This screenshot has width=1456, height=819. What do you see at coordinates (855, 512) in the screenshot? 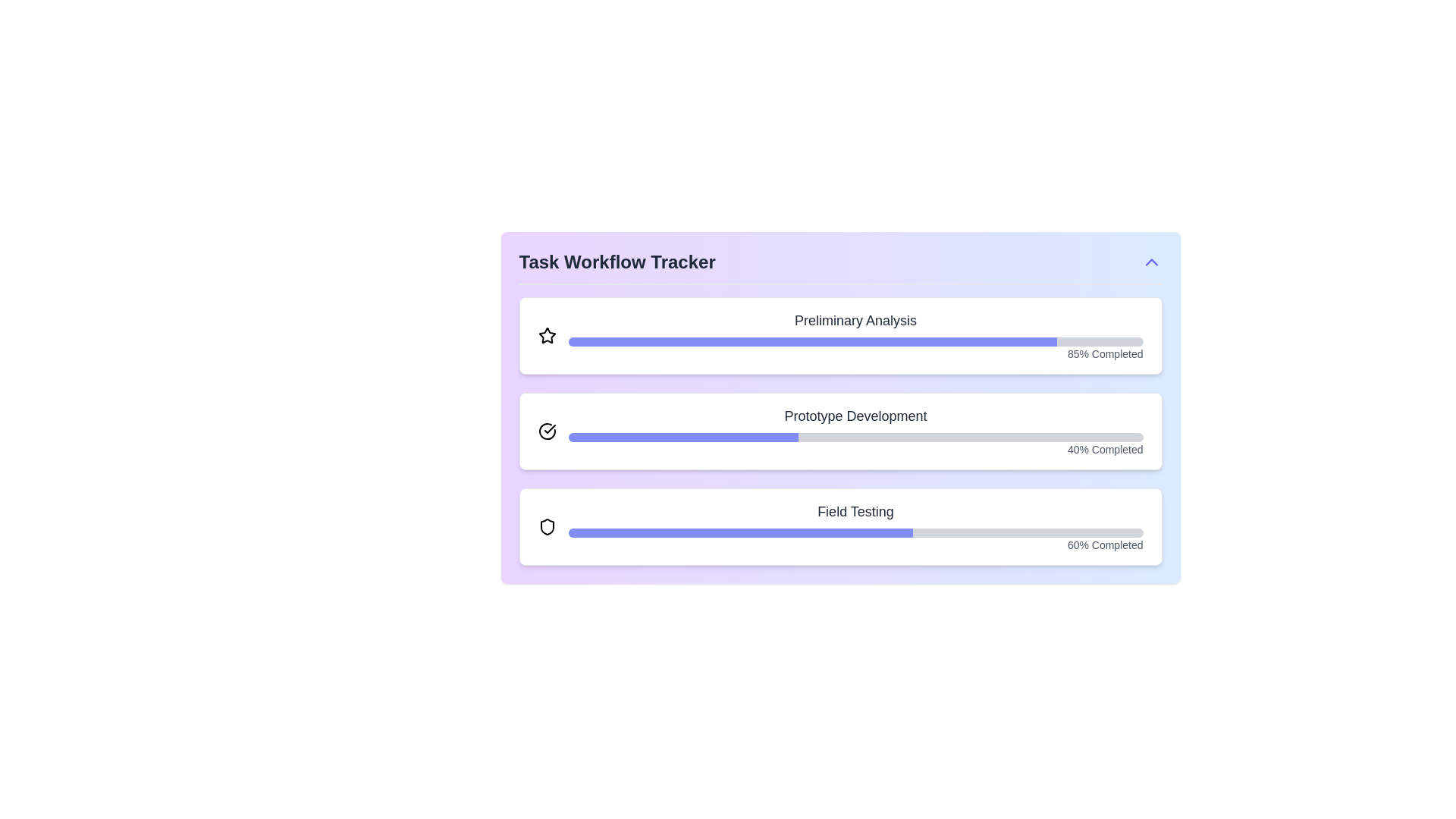
I see `the 'Field Testing' text display, which is styled in dark gray and serves as a header above the progress bar` at bounding box center [855, 512].